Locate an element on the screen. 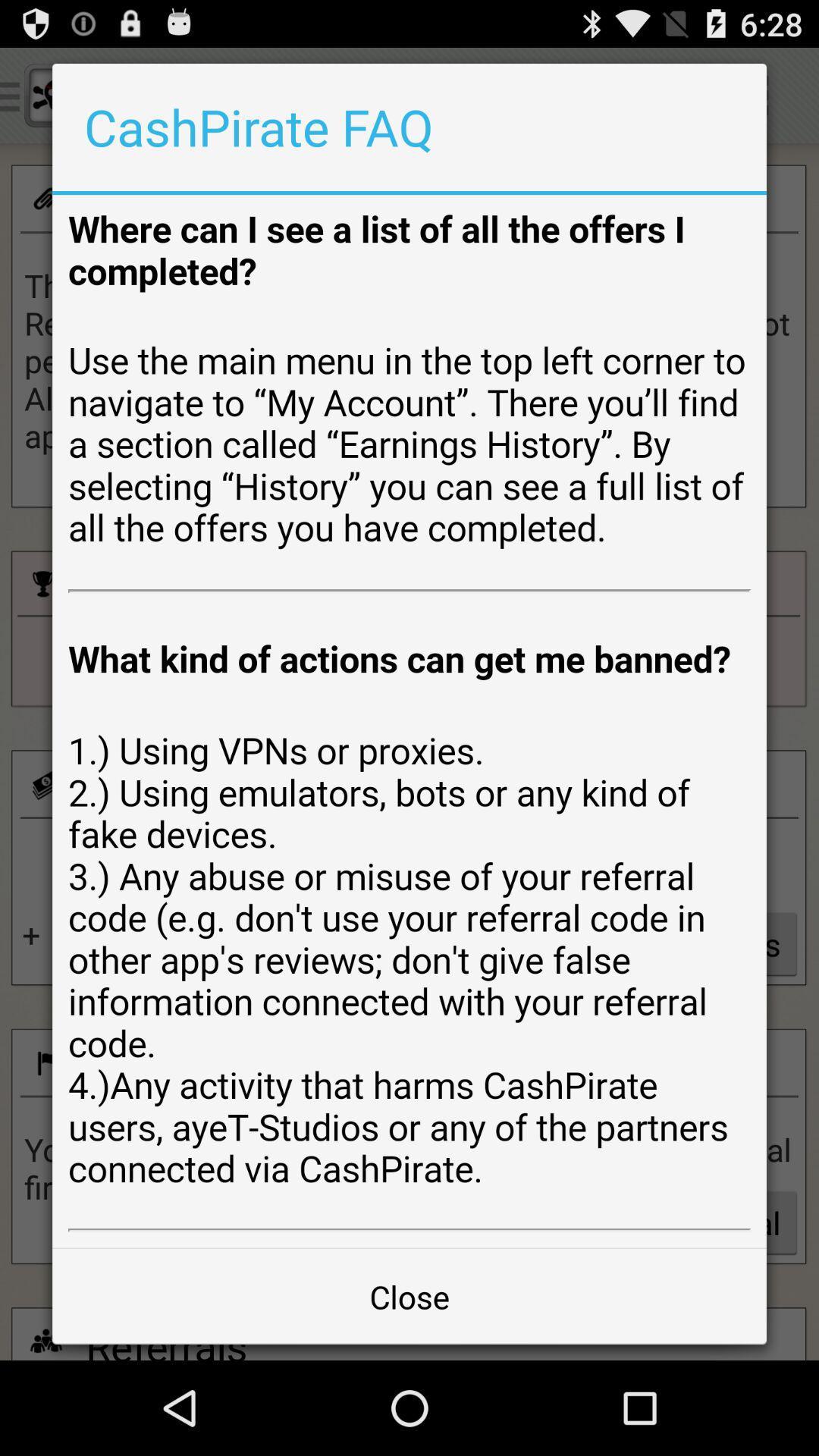 Image resolution: width=819 pixels, height=1456 pixels. cashpirate faq is located at coordinates (409, 720).